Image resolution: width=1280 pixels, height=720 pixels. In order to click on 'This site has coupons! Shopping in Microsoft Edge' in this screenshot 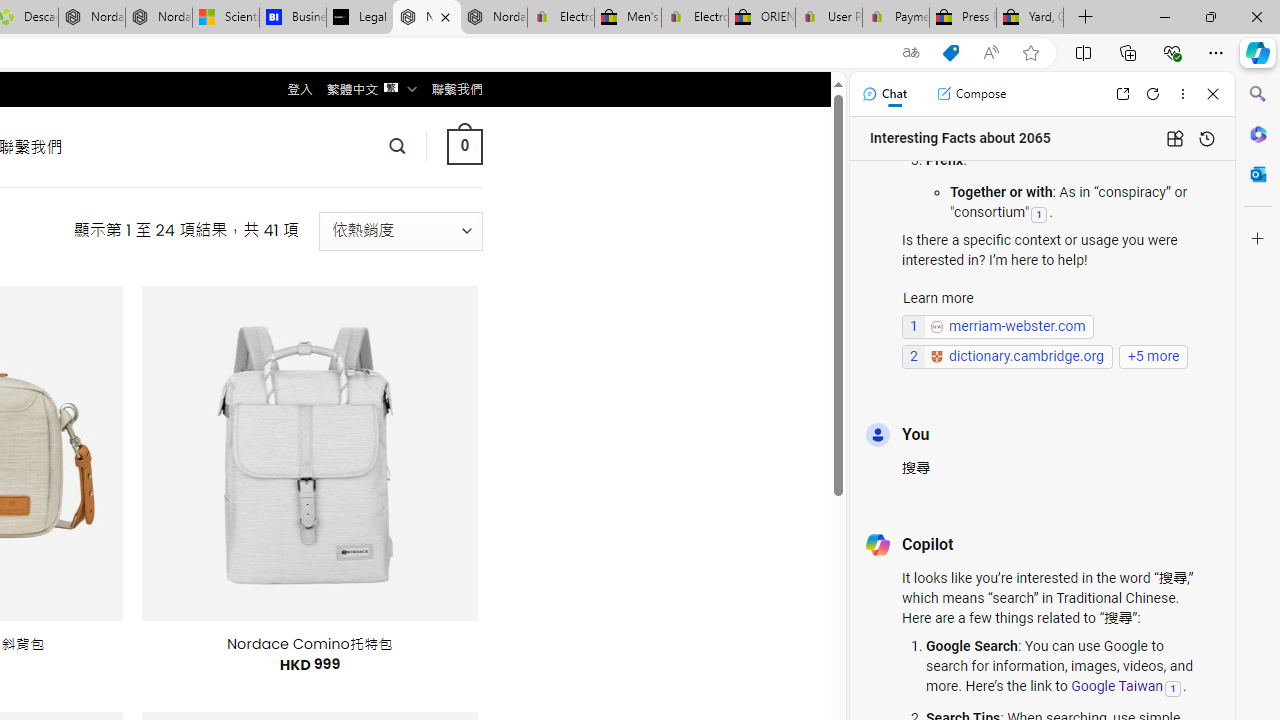, I will do `click(950, 52)`.